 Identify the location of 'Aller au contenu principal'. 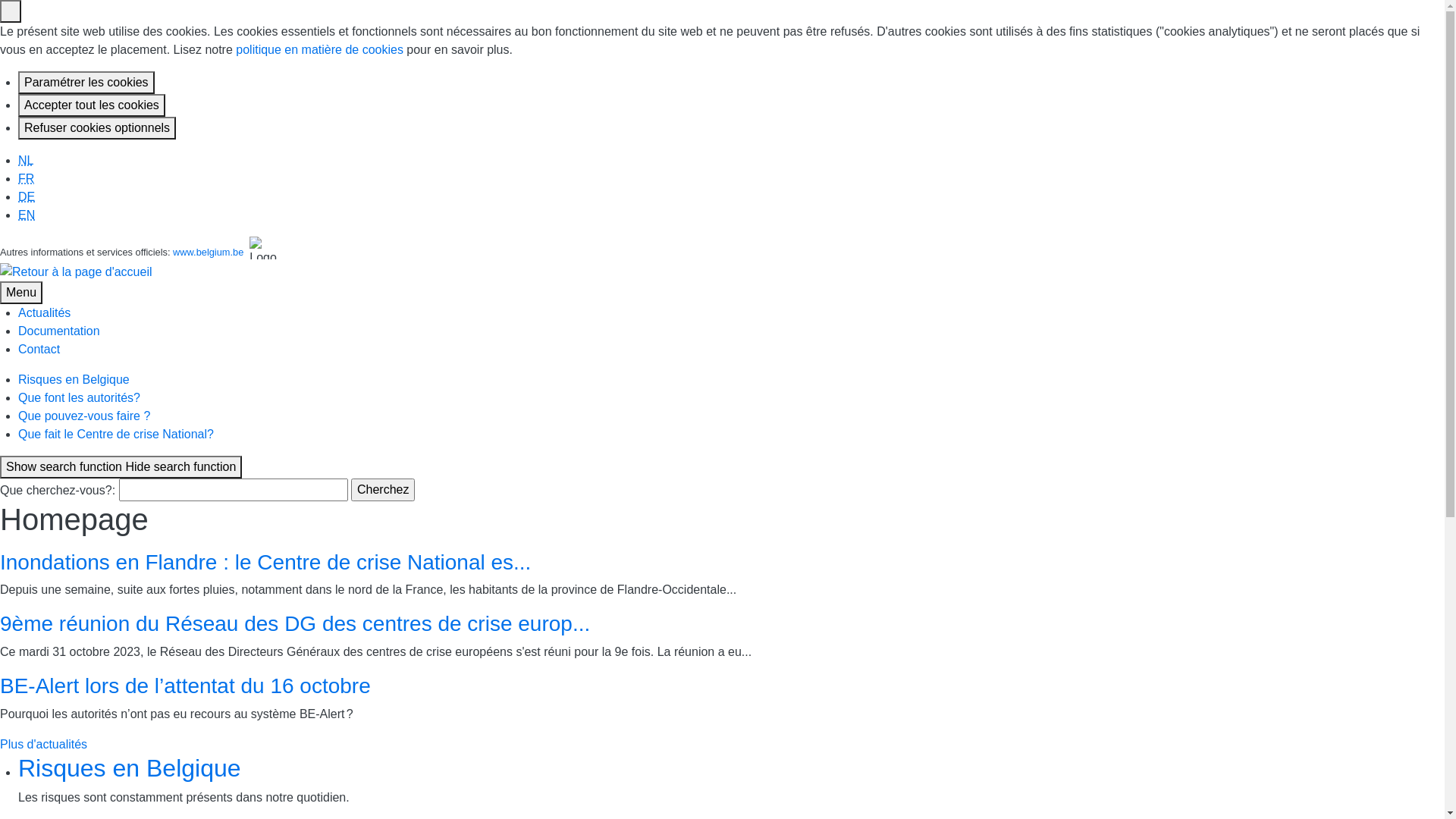
(0, 152).